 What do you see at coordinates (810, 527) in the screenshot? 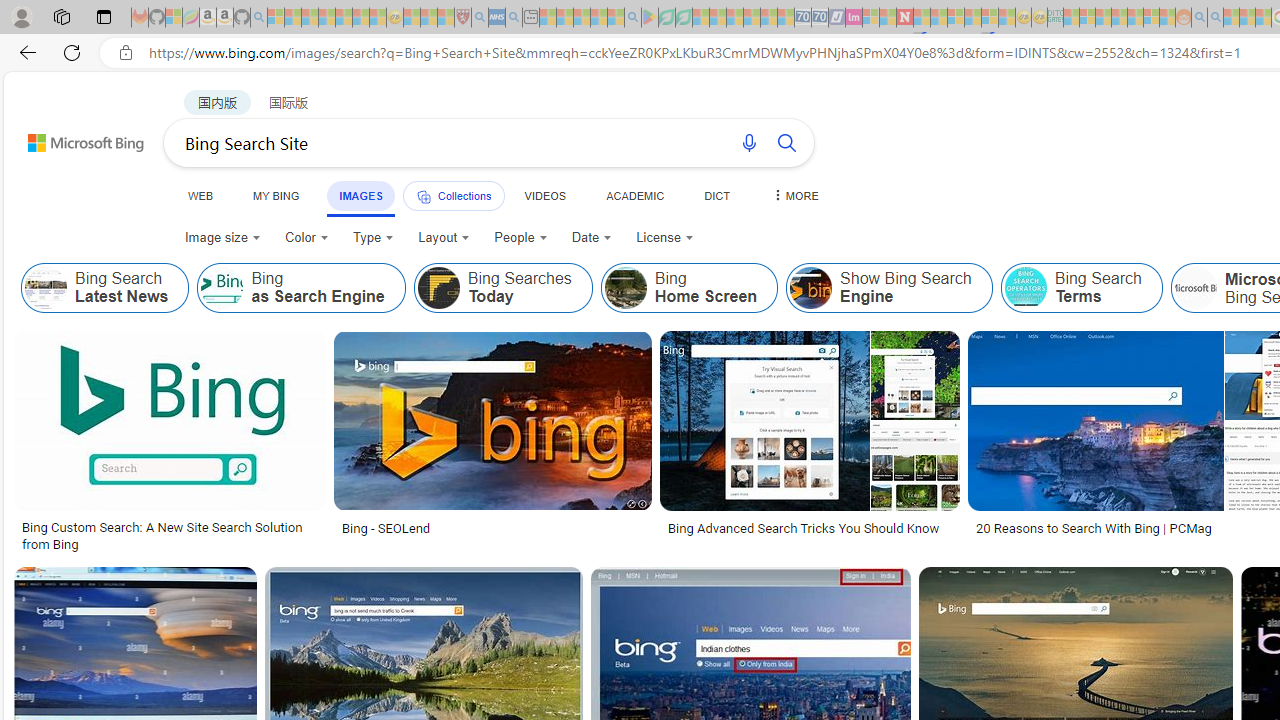
I see `'Bing Advanced Search Tricks You Should Know'` at bounding box center [810, 527].